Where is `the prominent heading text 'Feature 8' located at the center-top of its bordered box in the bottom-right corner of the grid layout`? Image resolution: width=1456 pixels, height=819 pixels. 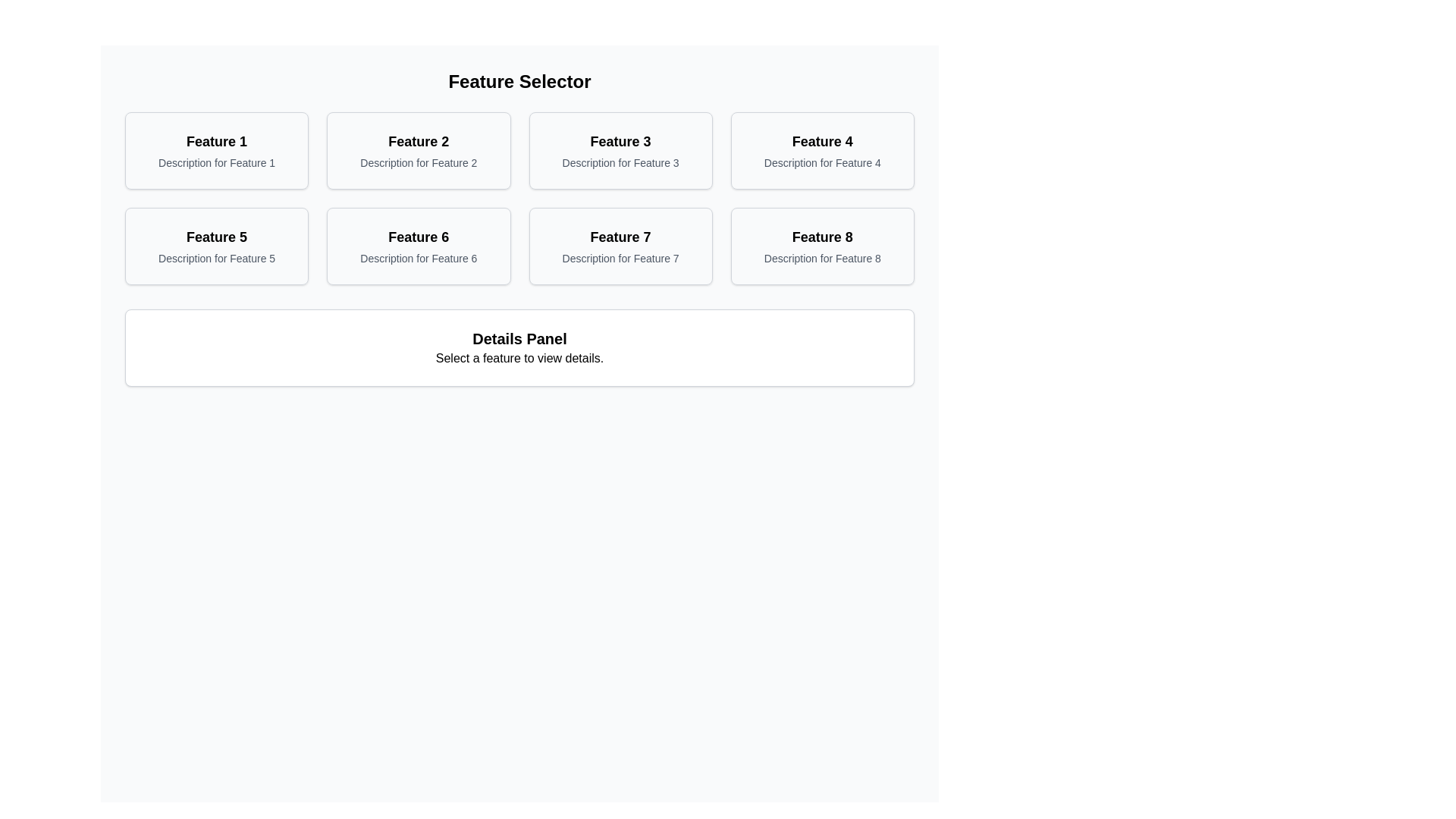 the prominent heading text 'Feature 8' located at the center-top of its bordered box in the bottom-right corner of the grid layout is located at coordinates (821, 237).